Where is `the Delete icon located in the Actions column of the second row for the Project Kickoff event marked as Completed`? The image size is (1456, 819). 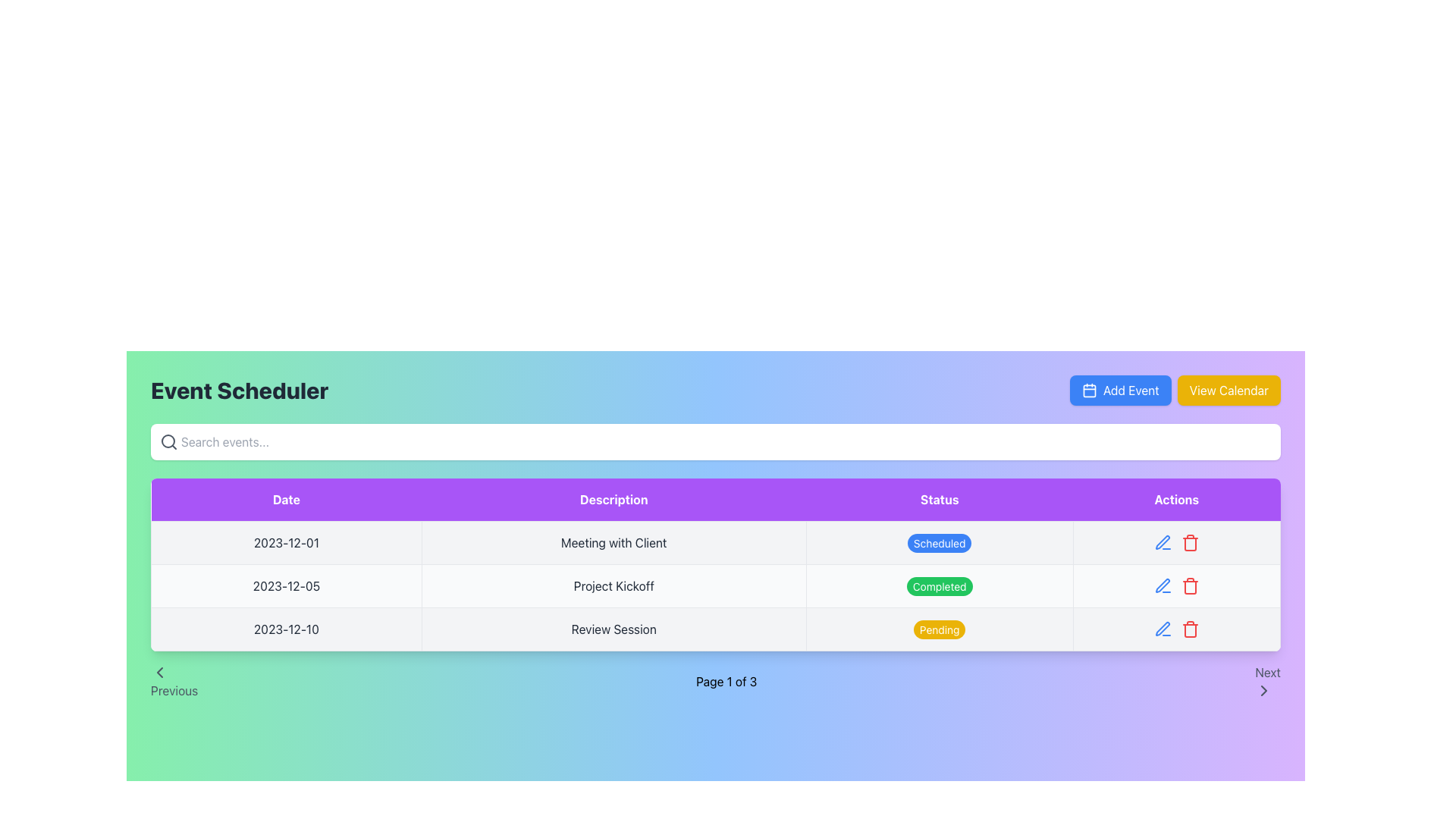
the Delete icon located in the Actions column of the second row for the Project Kickoff event marked as Completed is located at coordinates (1175, 585).